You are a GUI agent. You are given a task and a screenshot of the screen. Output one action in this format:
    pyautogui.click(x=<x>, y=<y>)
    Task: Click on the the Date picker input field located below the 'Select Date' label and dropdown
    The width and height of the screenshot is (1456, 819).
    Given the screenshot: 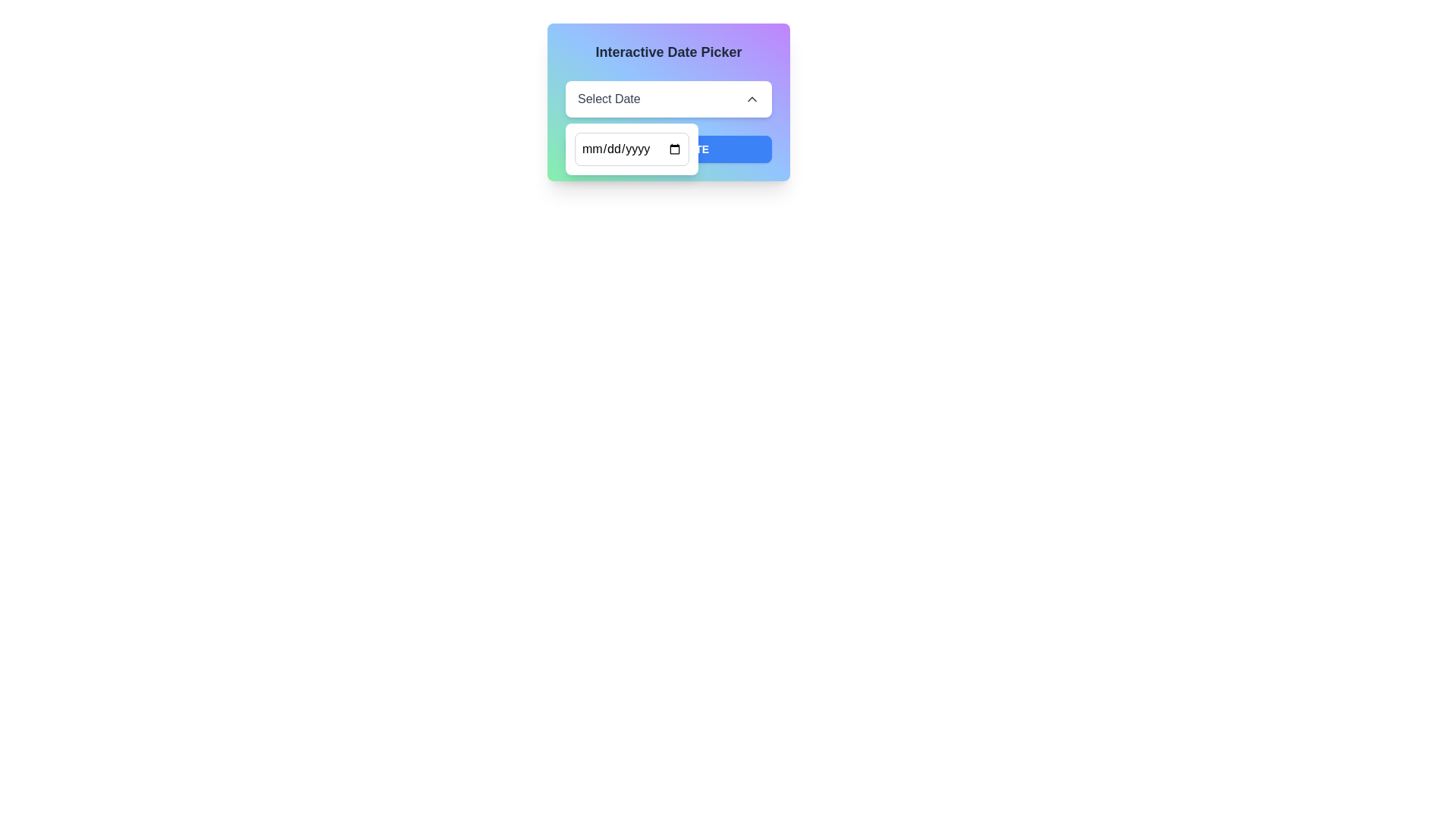 What is the action you would take?
    pyautogui.click(x=632, y=149)
    